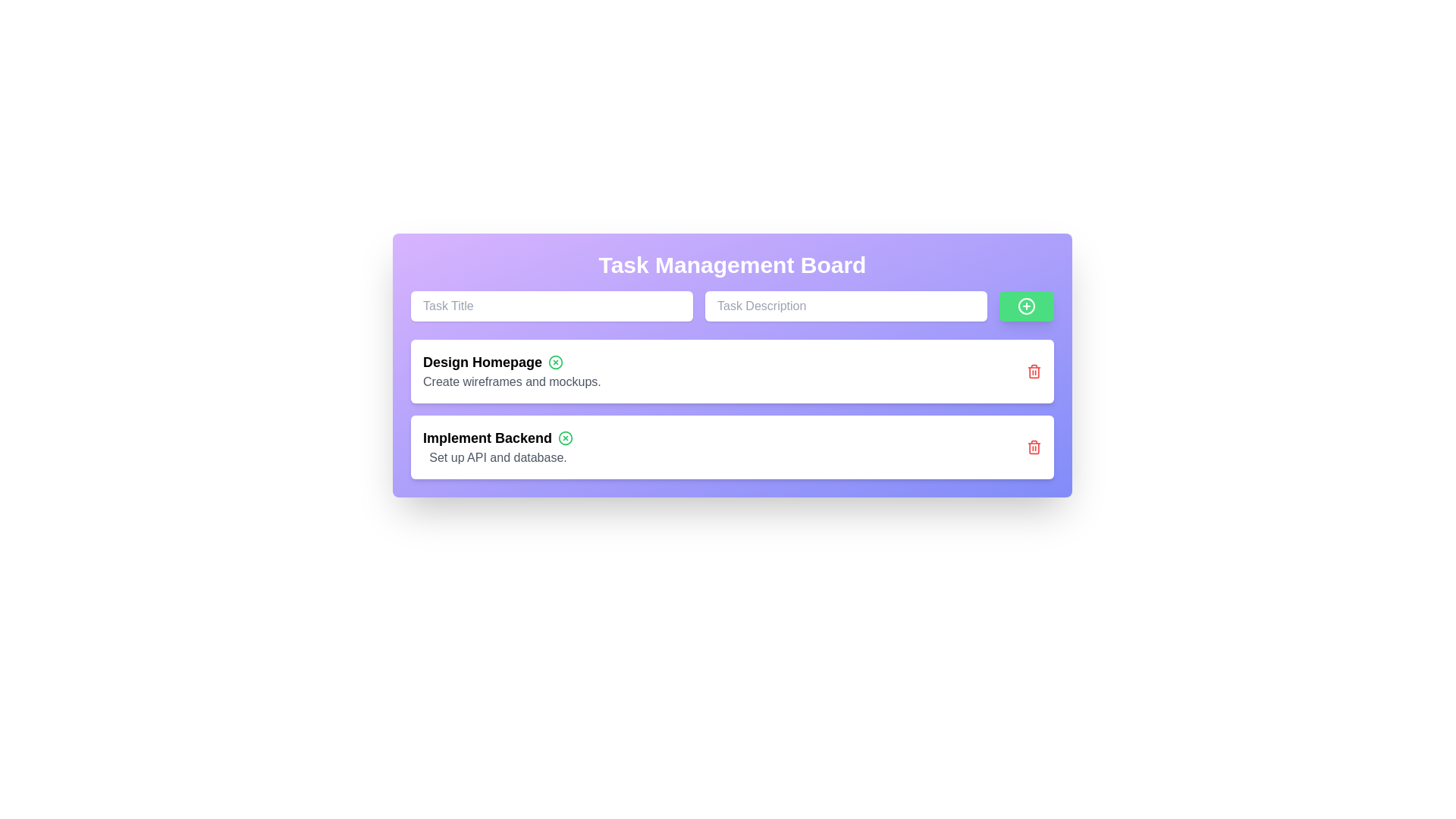  What do you see at coordinates (555, 362) in the screenshot?
I see `the interactive icon with a green border and X symbol located next to the task title 'Design Homepage'` at bounding box center [555, 362].